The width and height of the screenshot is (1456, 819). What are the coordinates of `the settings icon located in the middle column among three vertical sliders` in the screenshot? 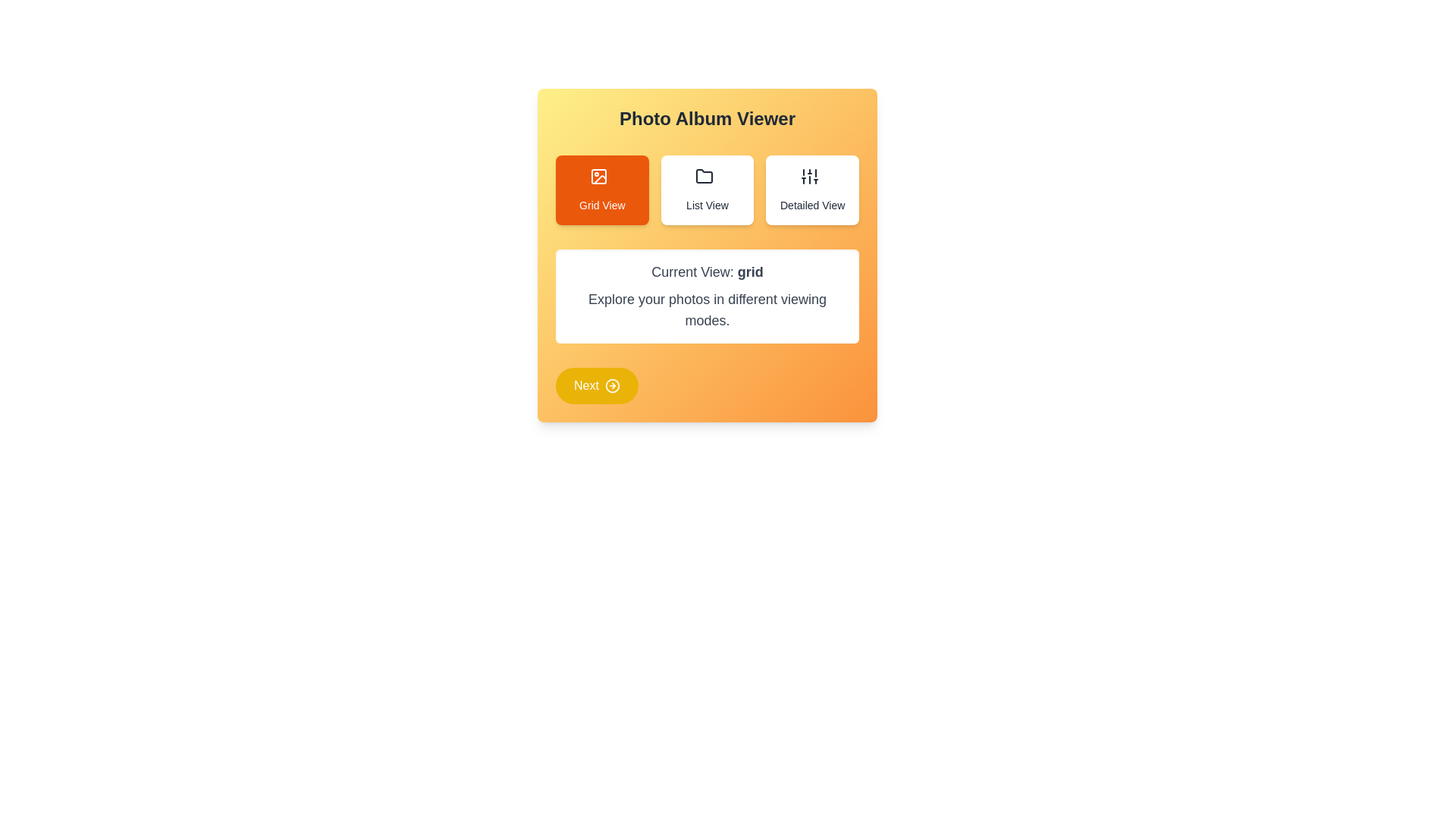 It's located at (808, 175).